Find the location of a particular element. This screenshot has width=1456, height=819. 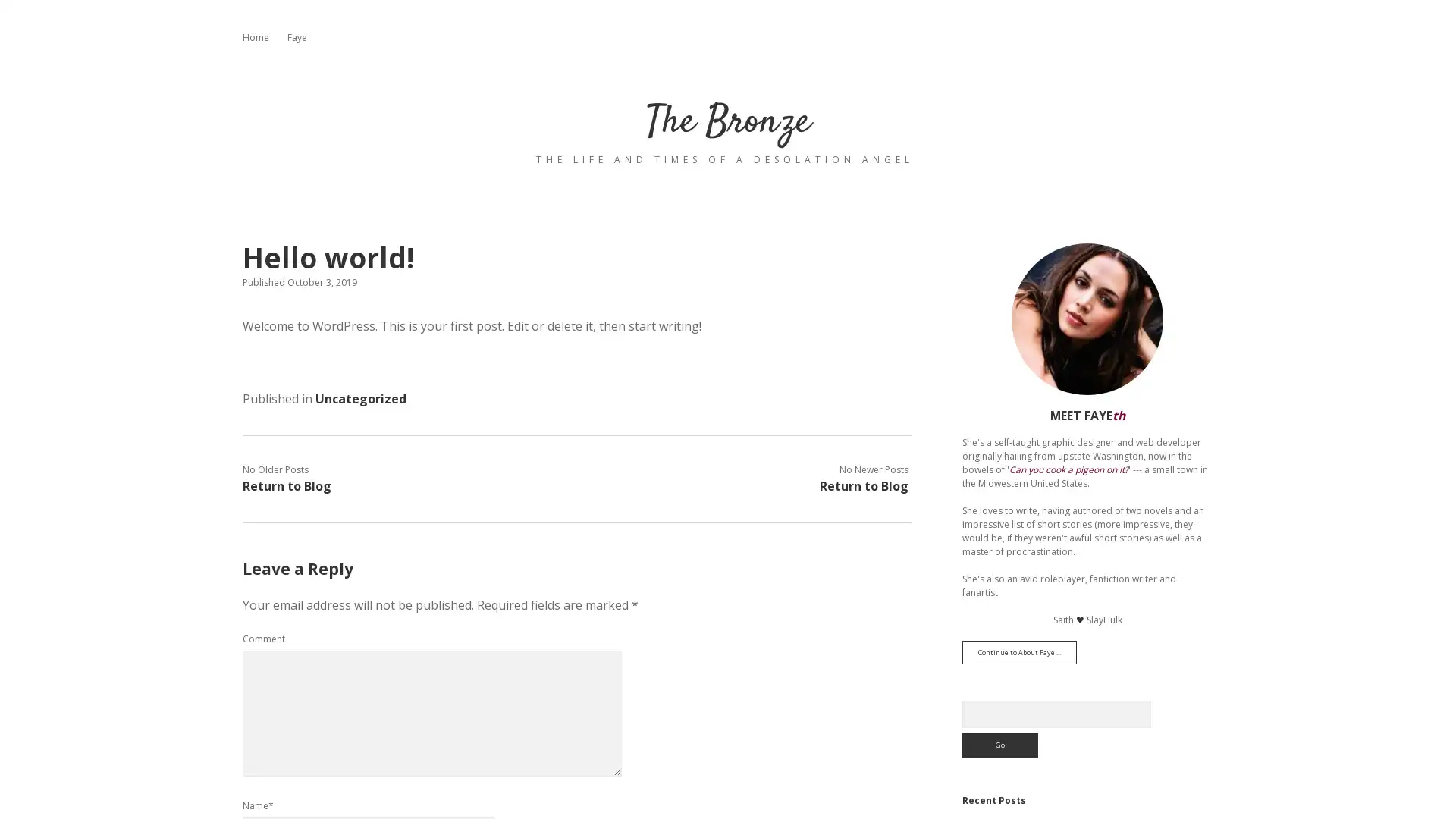

Go is located at coordinates (999, 744).